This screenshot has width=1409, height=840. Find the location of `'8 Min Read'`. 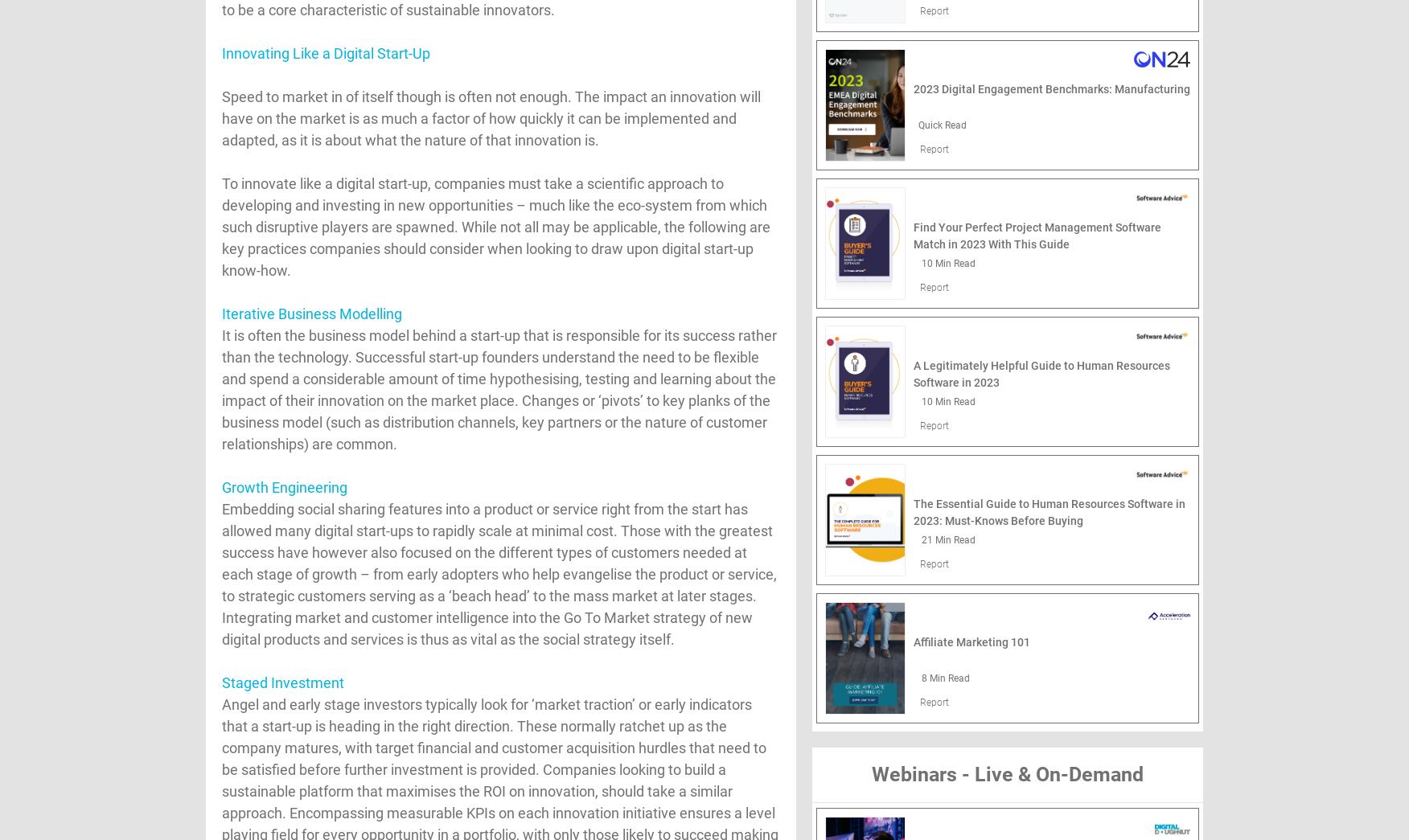

'8 Min Read' is located at coordinates (945, 678).